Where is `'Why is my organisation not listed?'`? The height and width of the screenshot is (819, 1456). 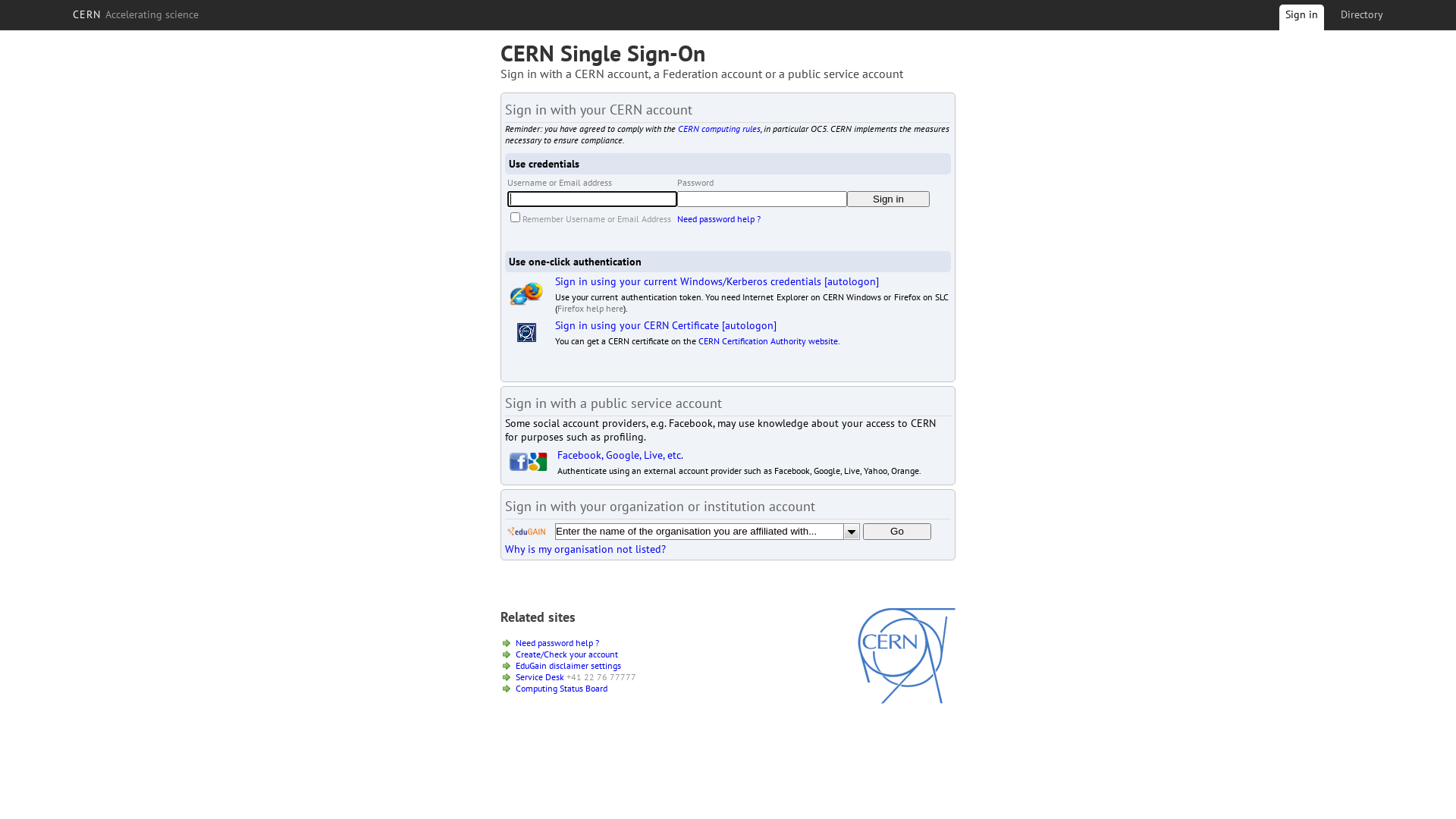 'Why is my organisation not listed?' is located at coordinates (585, 549).